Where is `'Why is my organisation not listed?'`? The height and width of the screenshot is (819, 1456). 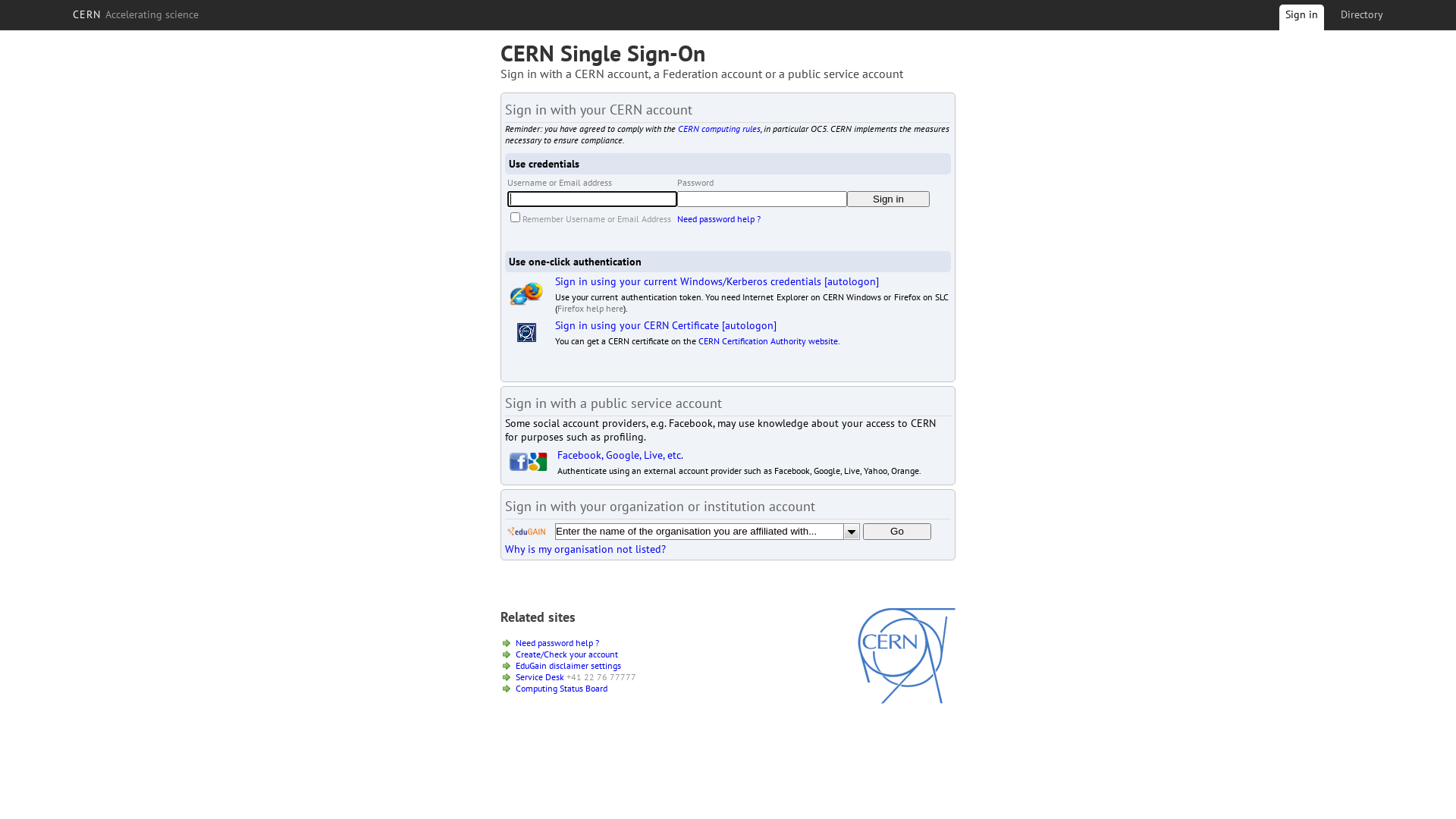 'Why is my organisation not listed?' is located at coordinates (585, 549).